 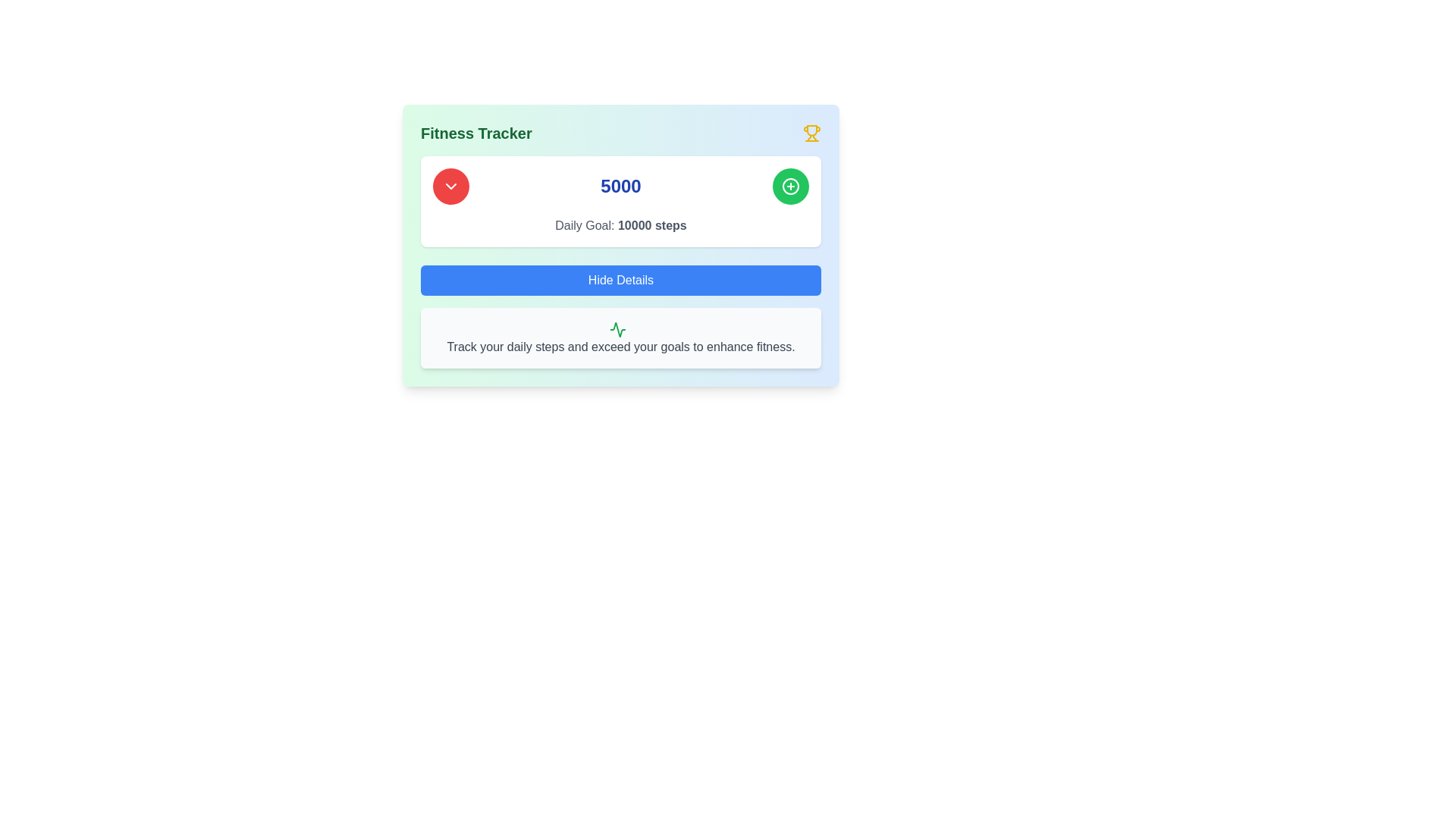 What do you see at coordinates (811, 133) in the screenshot?
I see `the visual representation of the trophy icon located at the top-right corner of the 'Fitness Tracker' section, which symbolizes achievement` at bounding box center [811, 133].